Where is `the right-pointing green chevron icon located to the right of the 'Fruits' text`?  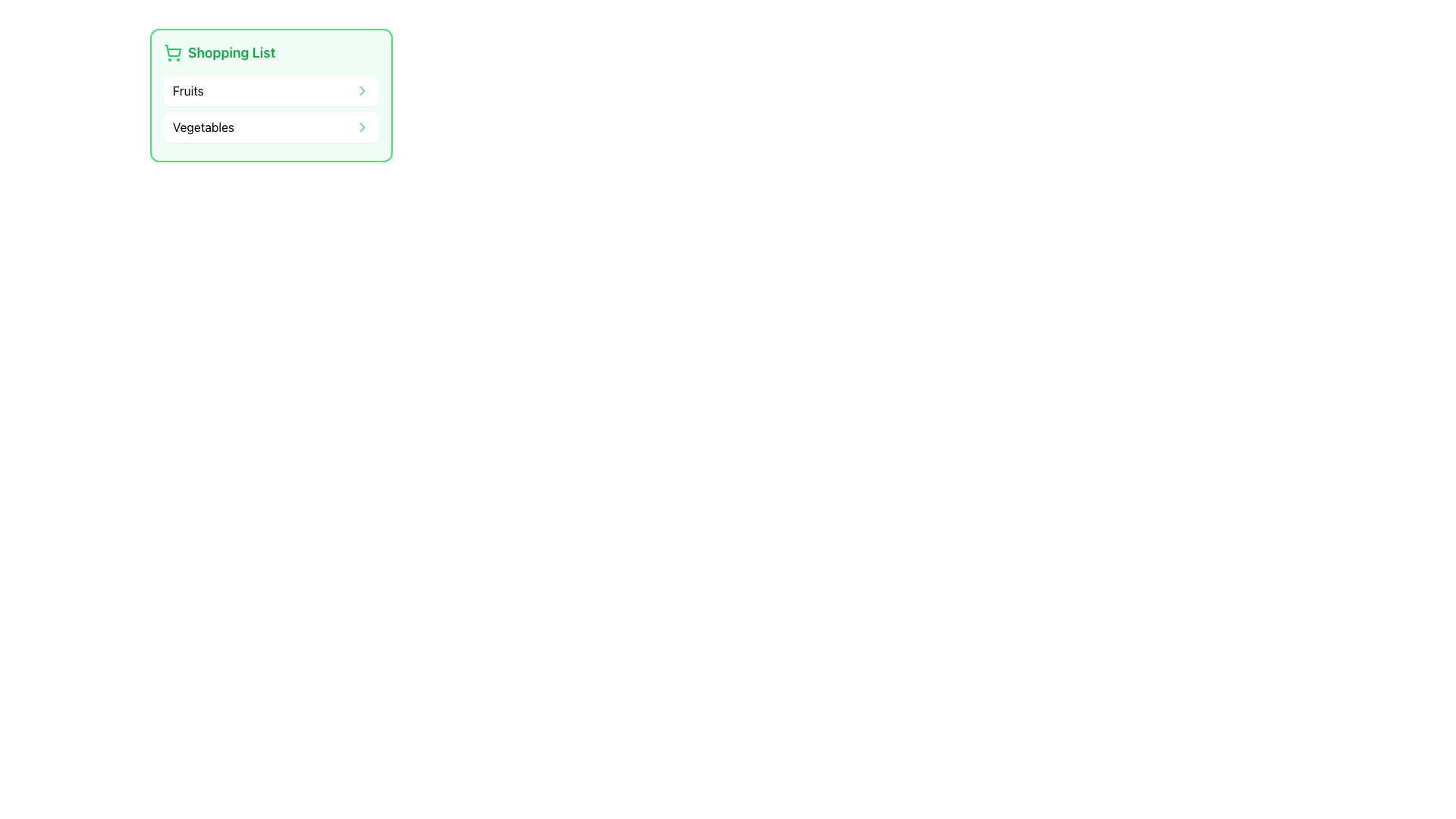
the right-pointing green chevron icon located to the right of the 'Fruits' text is located at coordinates (362, 90).